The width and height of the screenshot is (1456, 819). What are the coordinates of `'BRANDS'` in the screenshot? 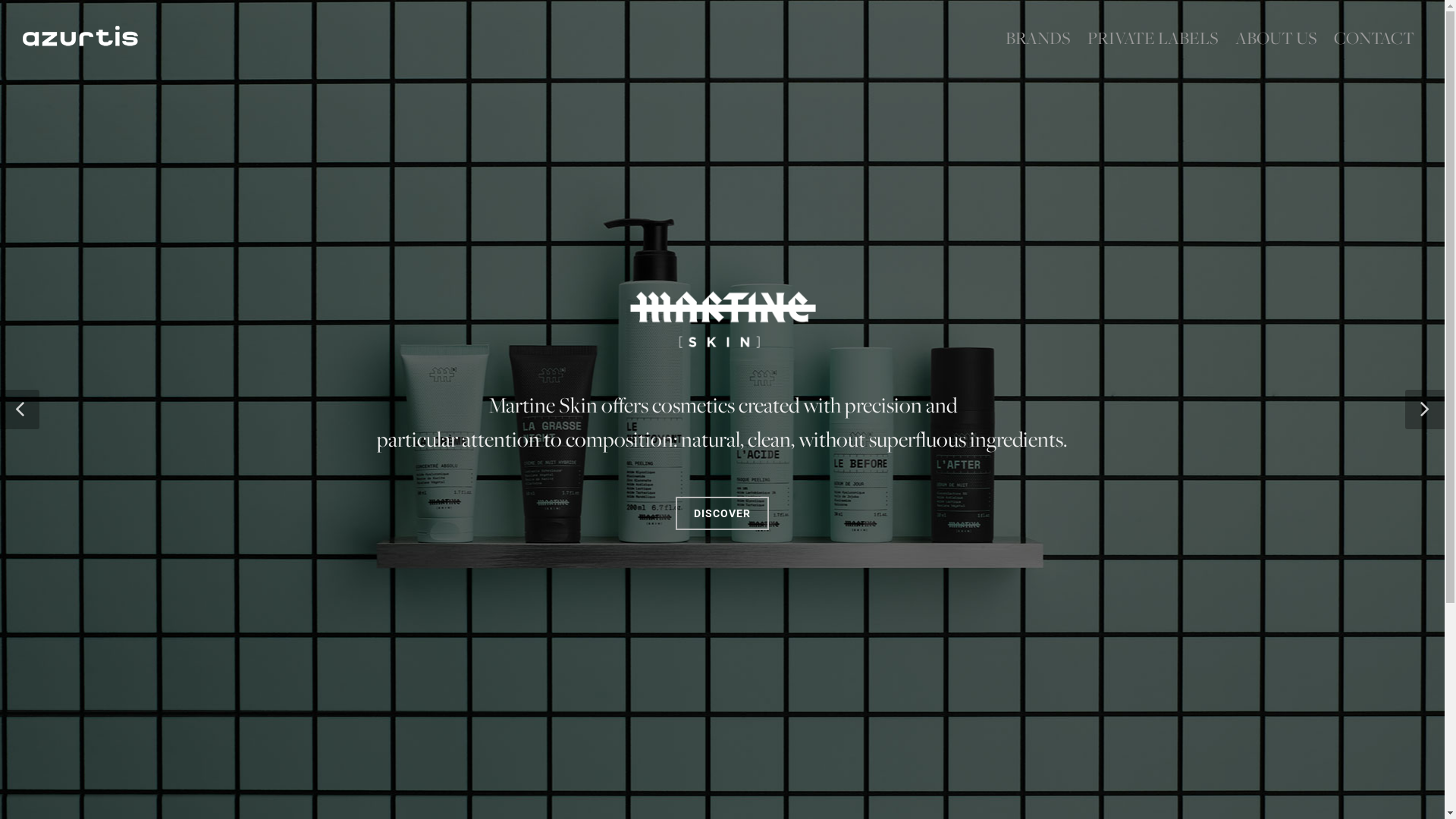 It's located at (997, 37).